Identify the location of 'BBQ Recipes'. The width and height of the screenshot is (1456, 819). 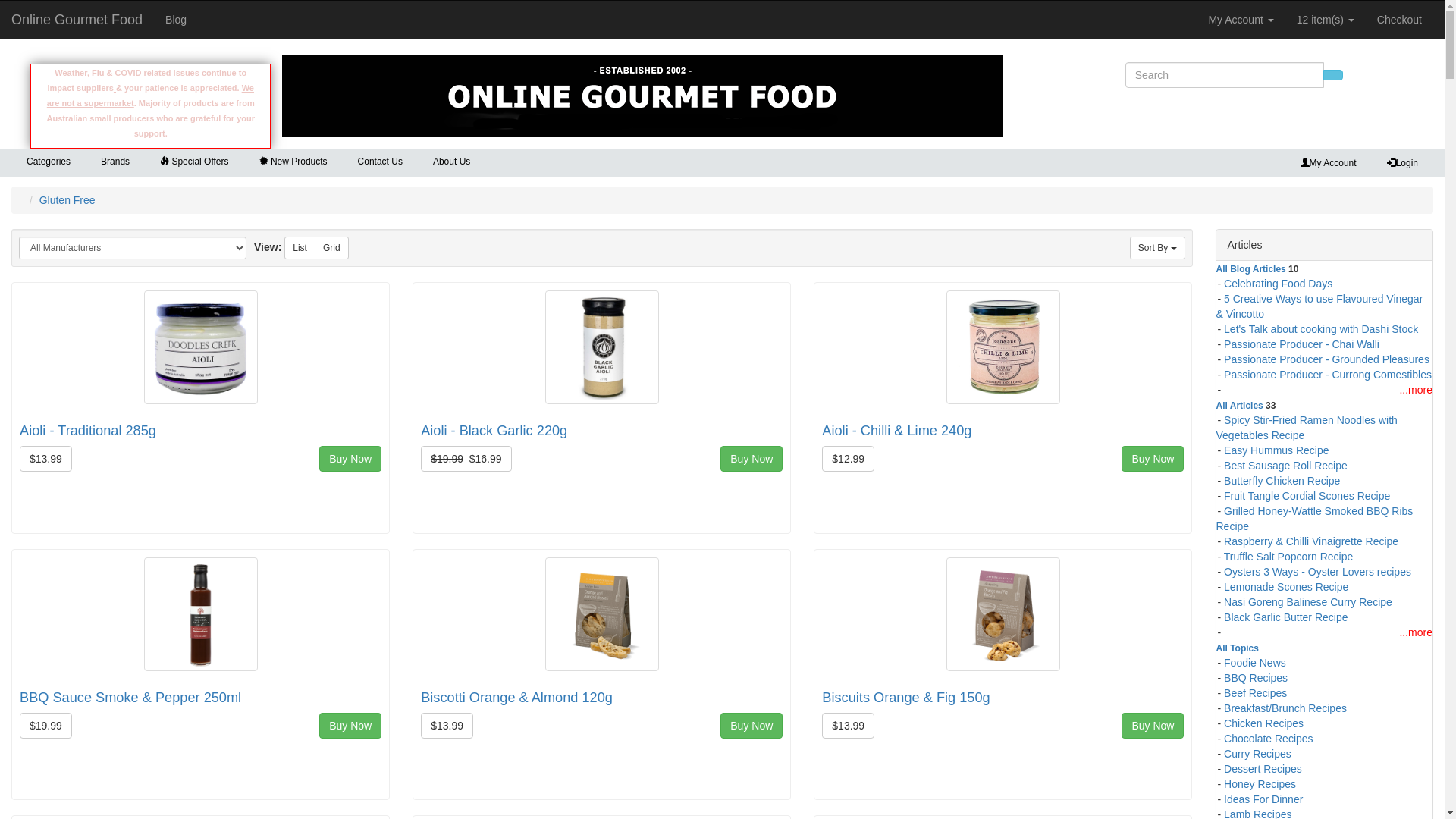
(1256, 675).